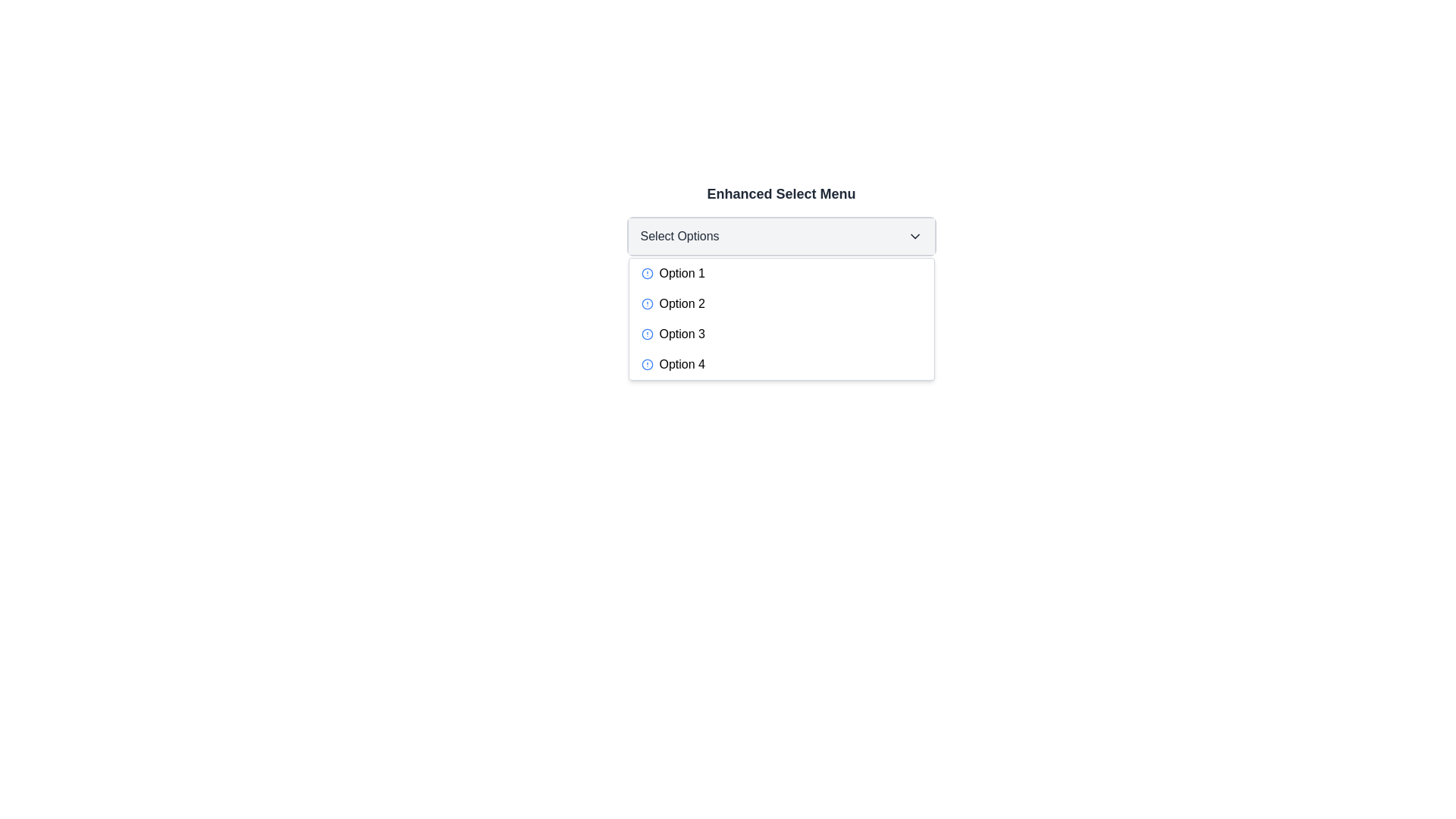  What do you see at coordinates (781, 274) in the screenshot?
I see `the 'Option 1' in the dropdown menu` at bounding box center [781, 274].